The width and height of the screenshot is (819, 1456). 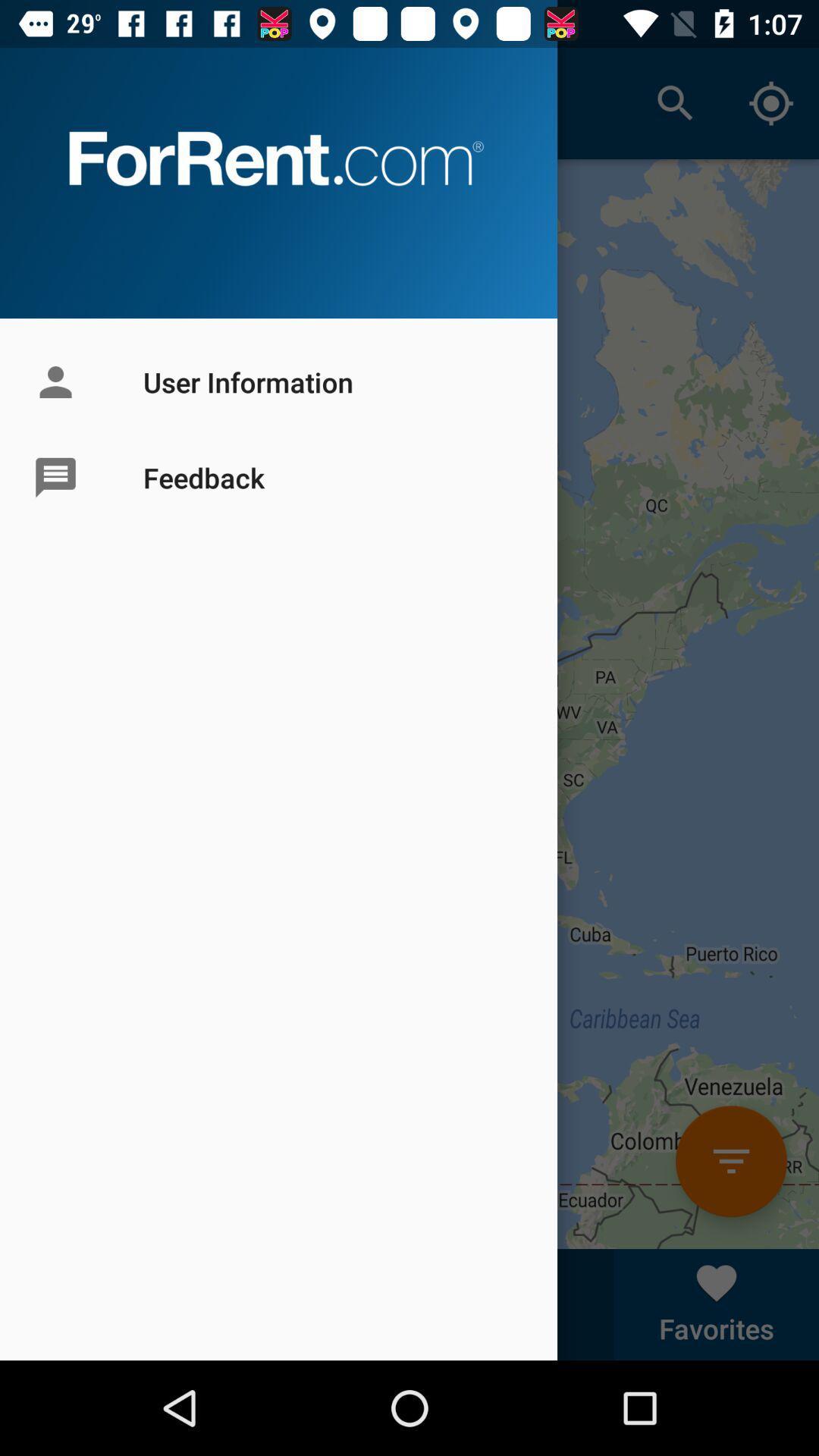 I want to click on orange colour icon above favorites, so click(x=730, y=1160).